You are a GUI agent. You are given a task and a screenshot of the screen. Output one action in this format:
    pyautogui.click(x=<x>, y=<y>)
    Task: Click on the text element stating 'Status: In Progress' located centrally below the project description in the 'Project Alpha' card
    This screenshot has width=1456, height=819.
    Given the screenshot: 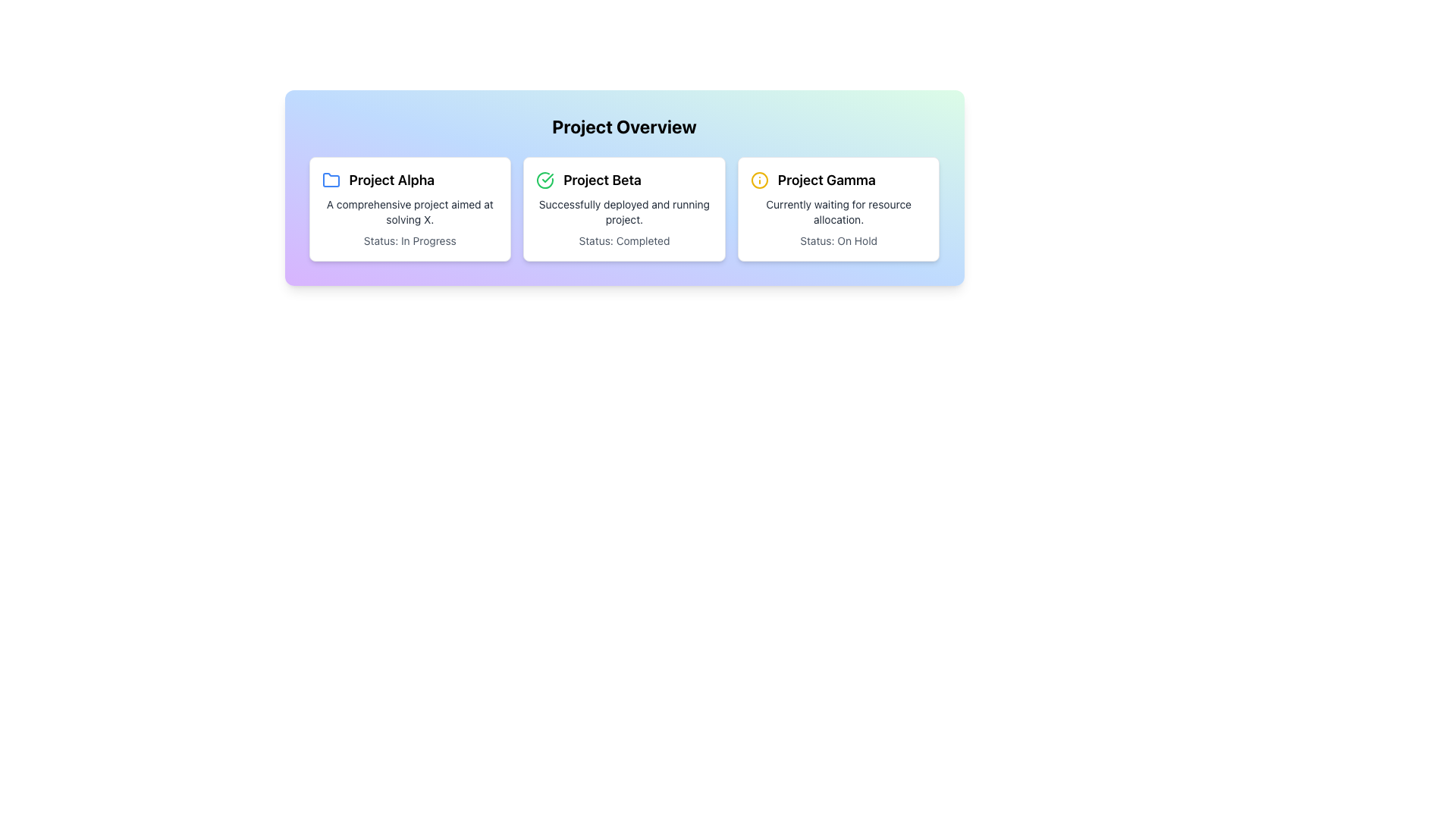 What is the action you would take?
    pyautogui.click(x=409, y=240)
    